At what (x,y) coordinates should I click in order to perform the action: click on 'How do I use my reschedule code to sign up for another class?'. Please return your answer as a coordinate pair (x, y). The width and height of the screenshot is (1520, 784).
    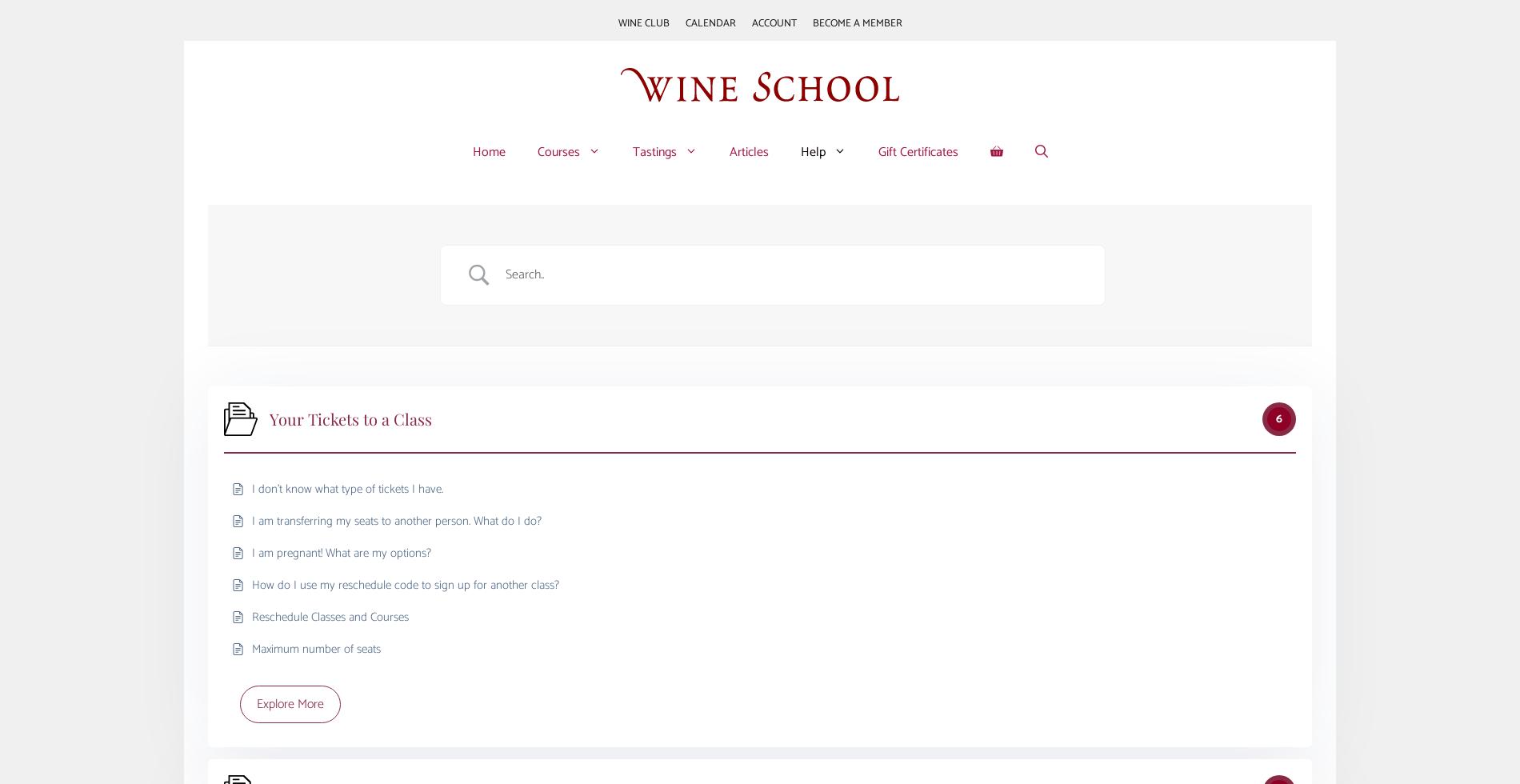
    Looking at the image, I should click on (251, 584).